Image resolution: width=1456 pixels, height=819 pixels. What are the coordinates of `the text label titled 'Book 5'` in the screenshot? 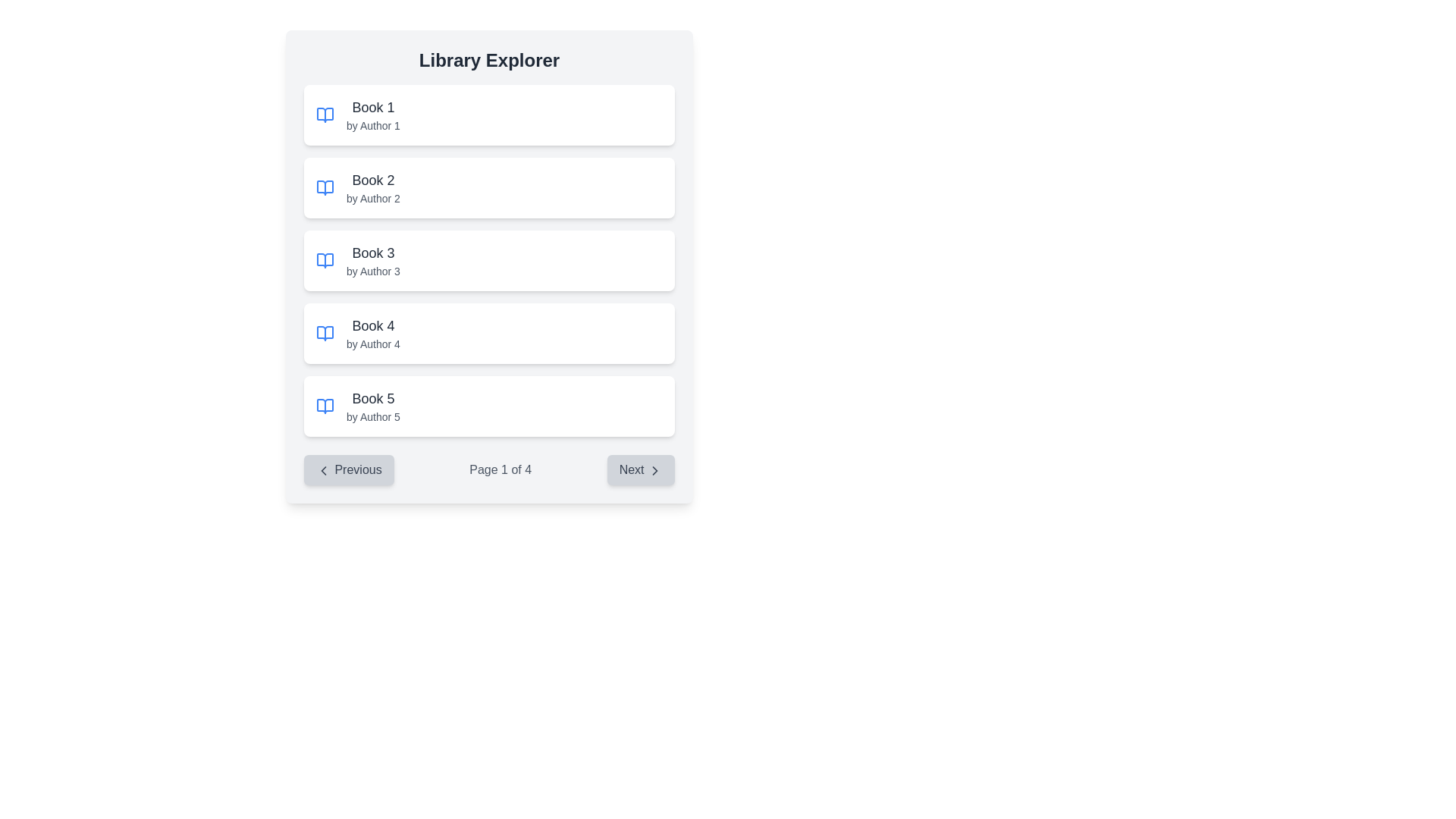 It's located at (373, 397).